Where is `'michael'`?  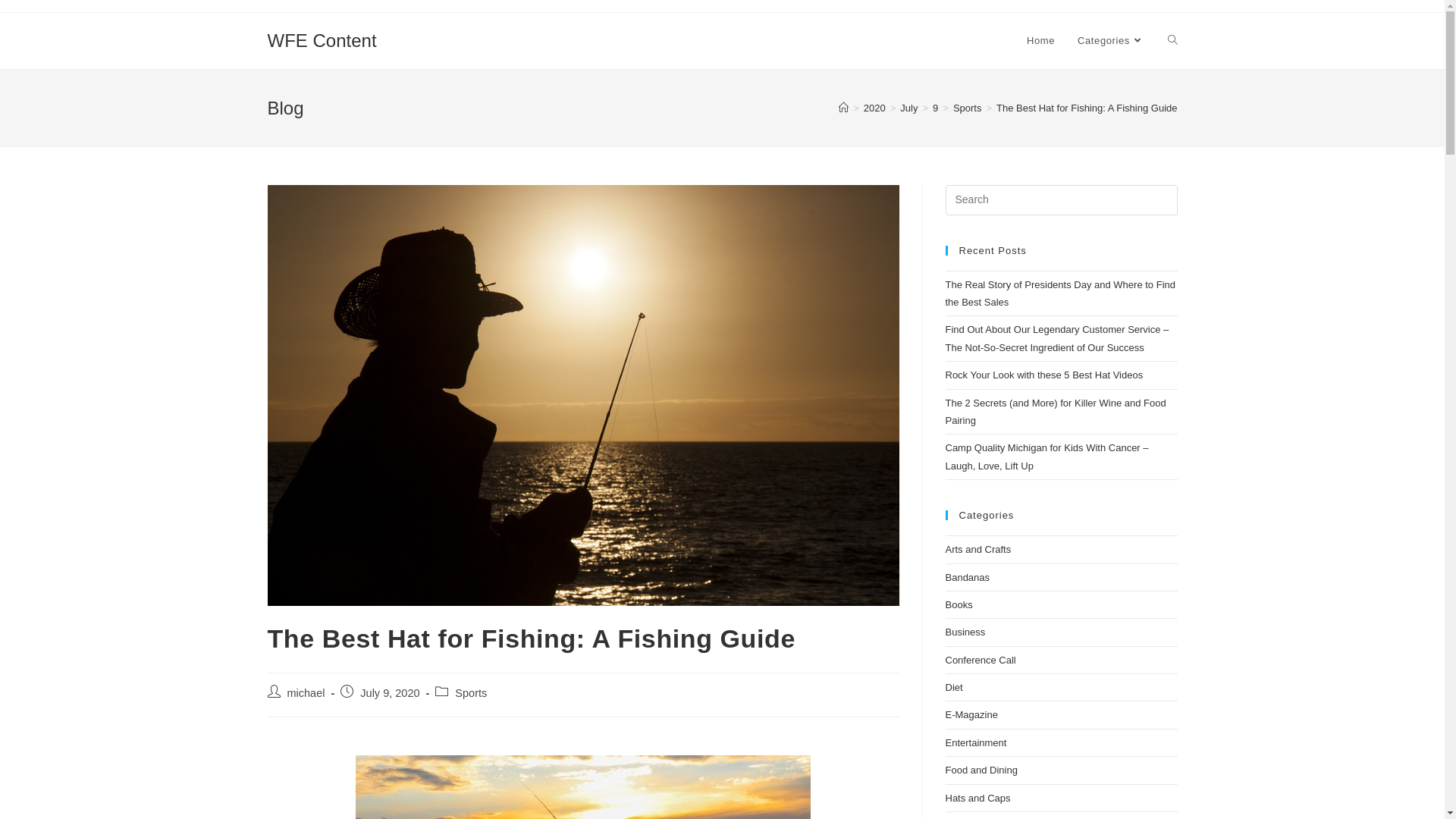
'michael' is located at coordinates (287, 693).